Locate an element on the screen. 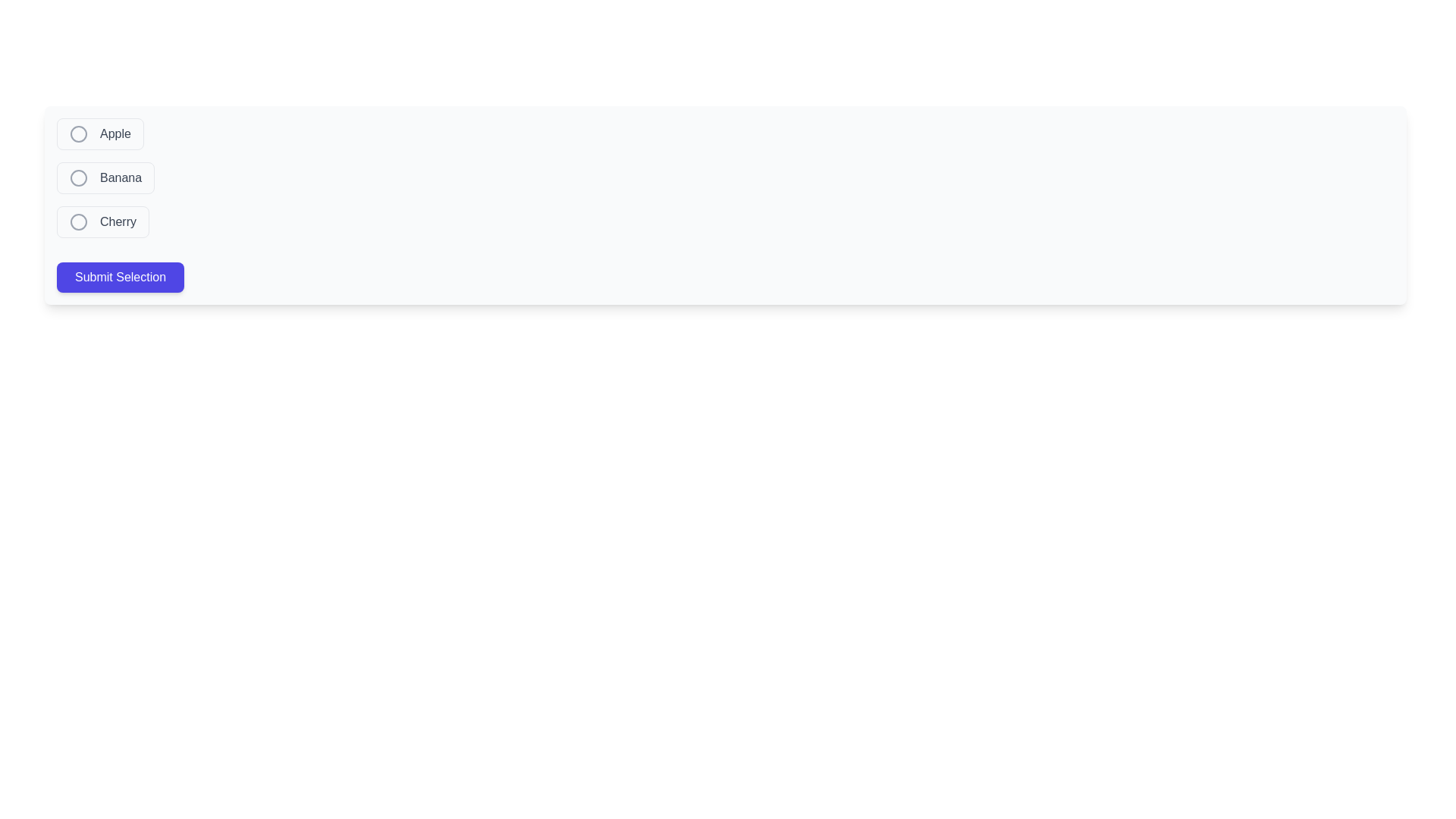 Image resolution: width=1456 pixels, height=819 pixels. the Circle outline icon located to the left of the text 'Apple' is located at coordinates (78, 133).